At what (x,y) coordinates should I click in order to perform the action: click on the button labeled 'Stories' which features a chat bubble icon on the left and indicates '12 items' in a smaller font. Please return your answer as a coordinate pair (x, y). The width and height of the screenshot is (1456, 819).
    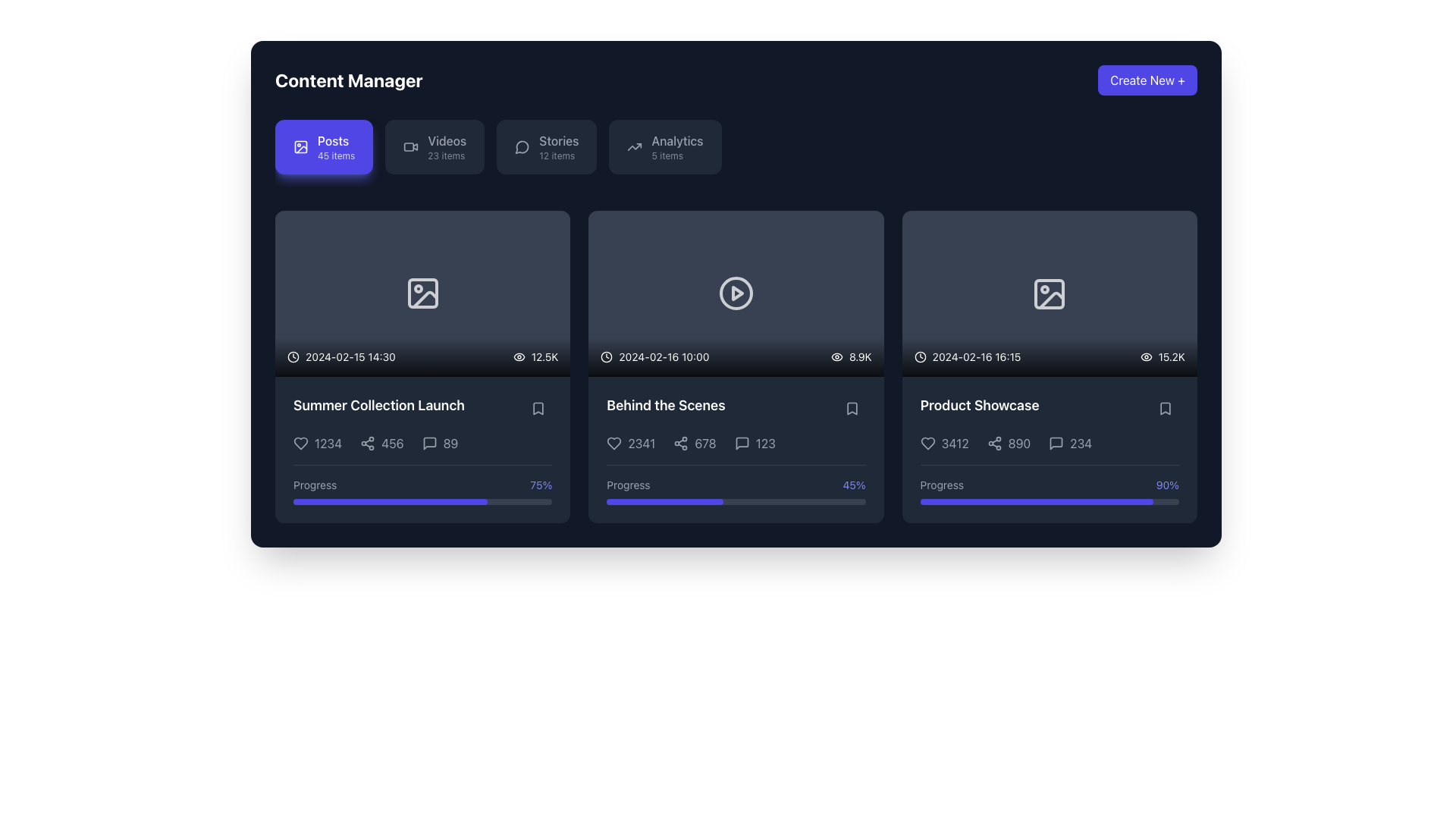
    Looking at the image, I should click on (546, 146).